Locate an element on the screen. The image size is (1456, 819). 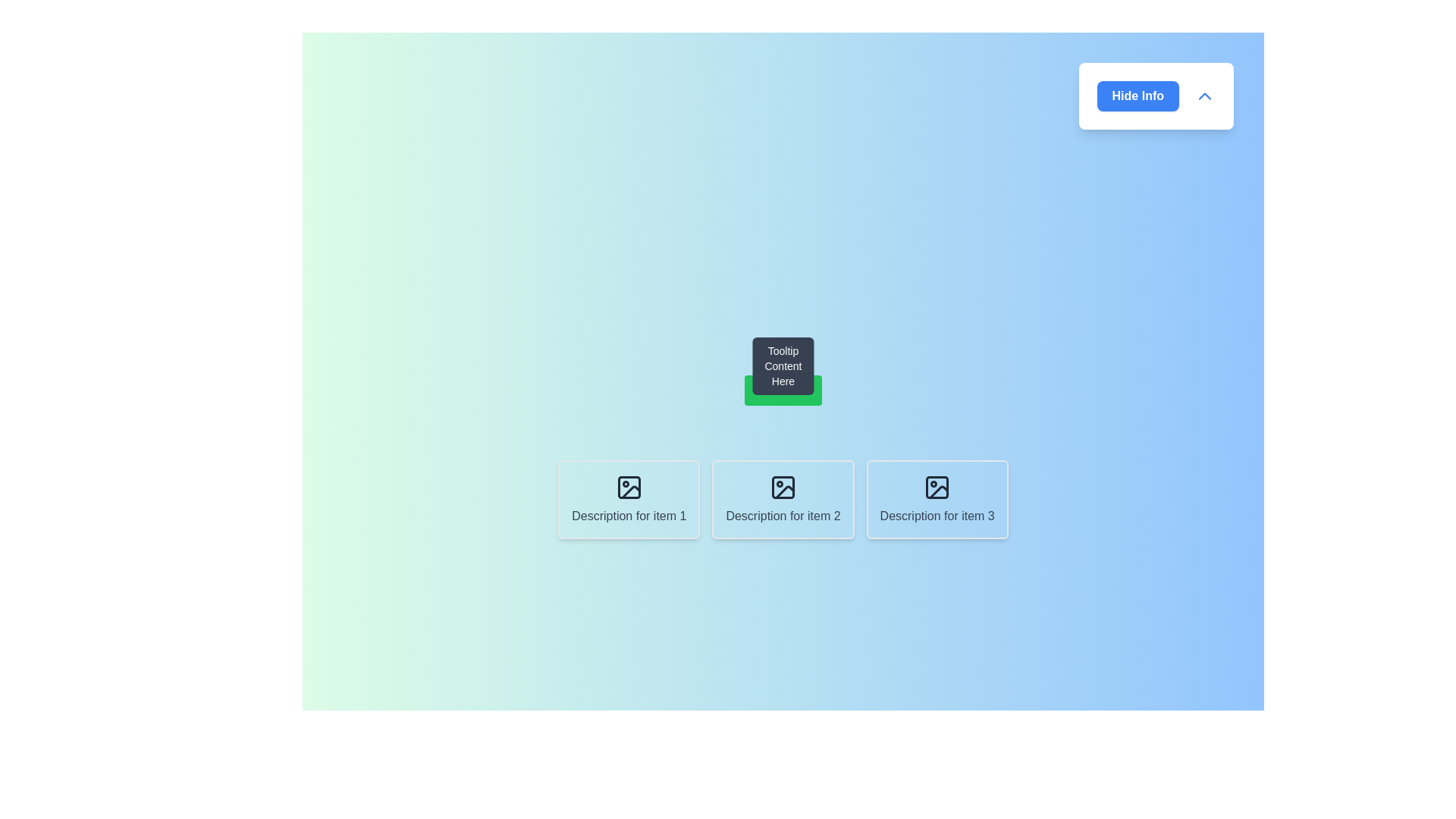
the image placeholder/icon, which is a square with rounded corners is located at coordinates (937, 488).